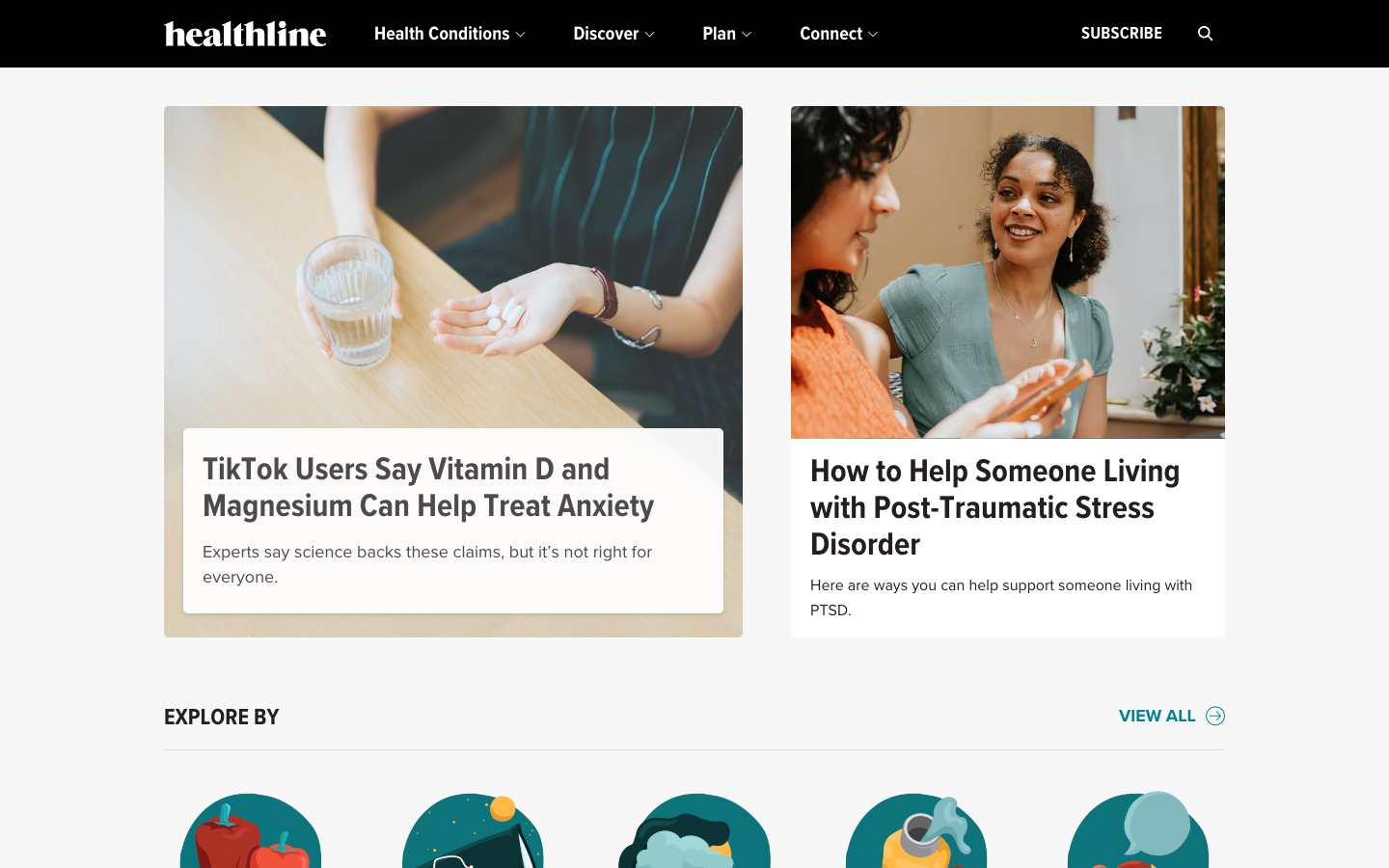 The height and width of the screenshot is (868, 1389). I want to click on View the categories under health conditions section, so click(449, 33).